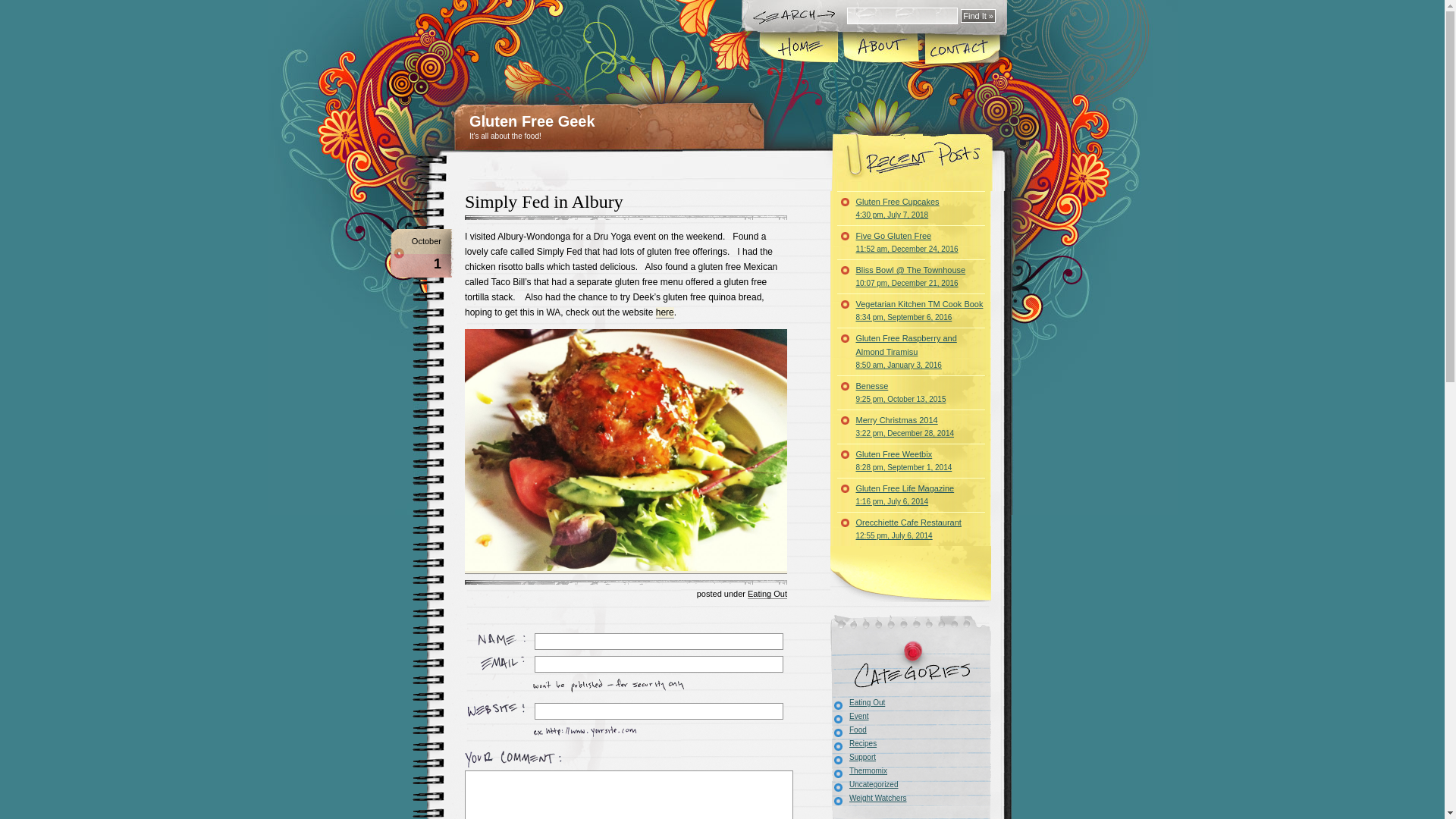 Image resolution: width=1456 pixels, height=819 pixels. What do you see at coordinates (853, 742) in the screenshot?
I see `'Recipes'` at bounding box center [853, 742].